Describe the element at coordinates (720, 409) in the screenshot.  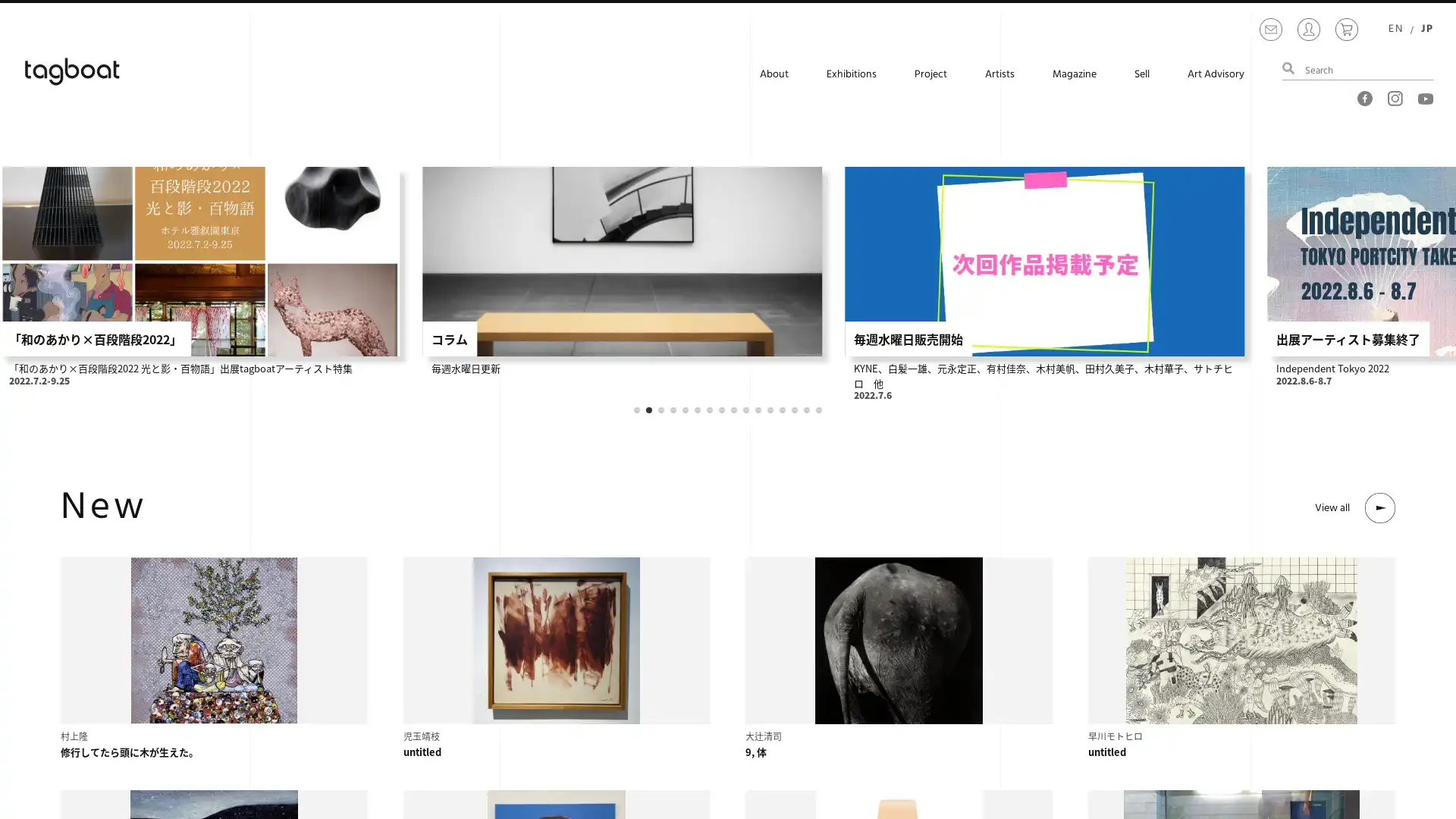
I see `Go to slide 8` at that location.